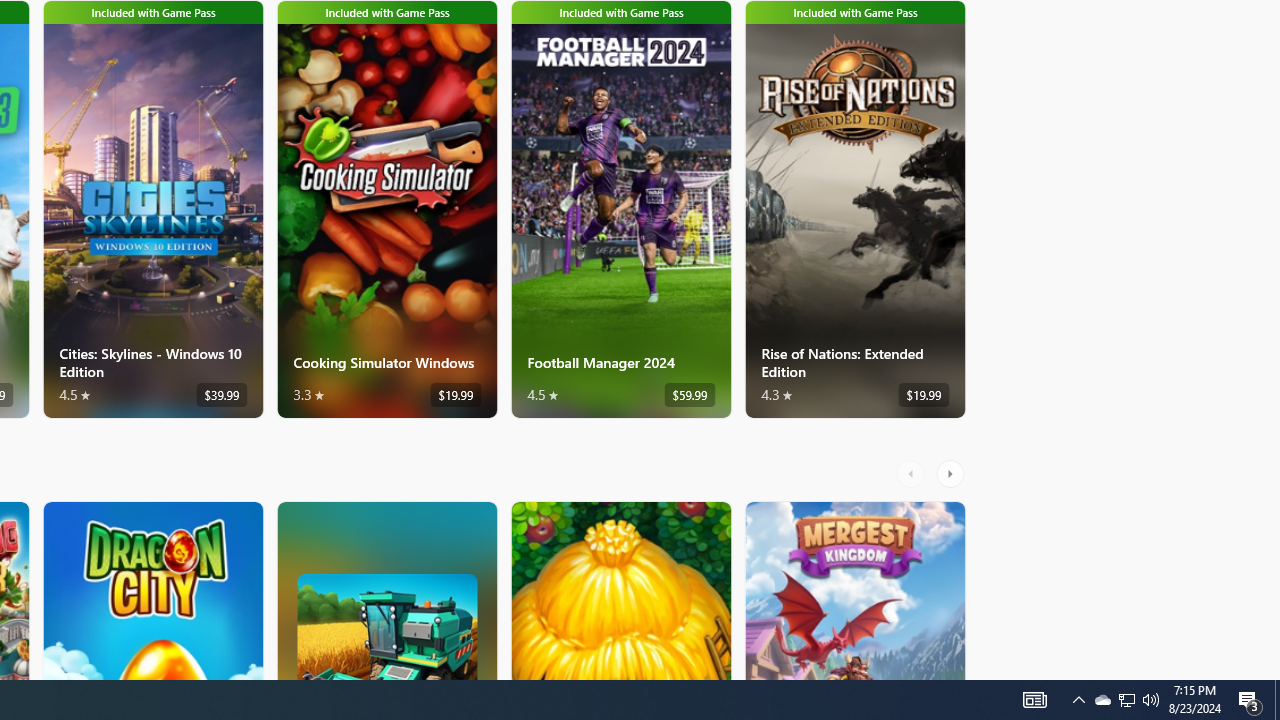 The image size is (1280, 720). Describe the element at coordinates (912, 473) in the screenshot. I see `'AutomationID: LeftScrollButton'` at that location.